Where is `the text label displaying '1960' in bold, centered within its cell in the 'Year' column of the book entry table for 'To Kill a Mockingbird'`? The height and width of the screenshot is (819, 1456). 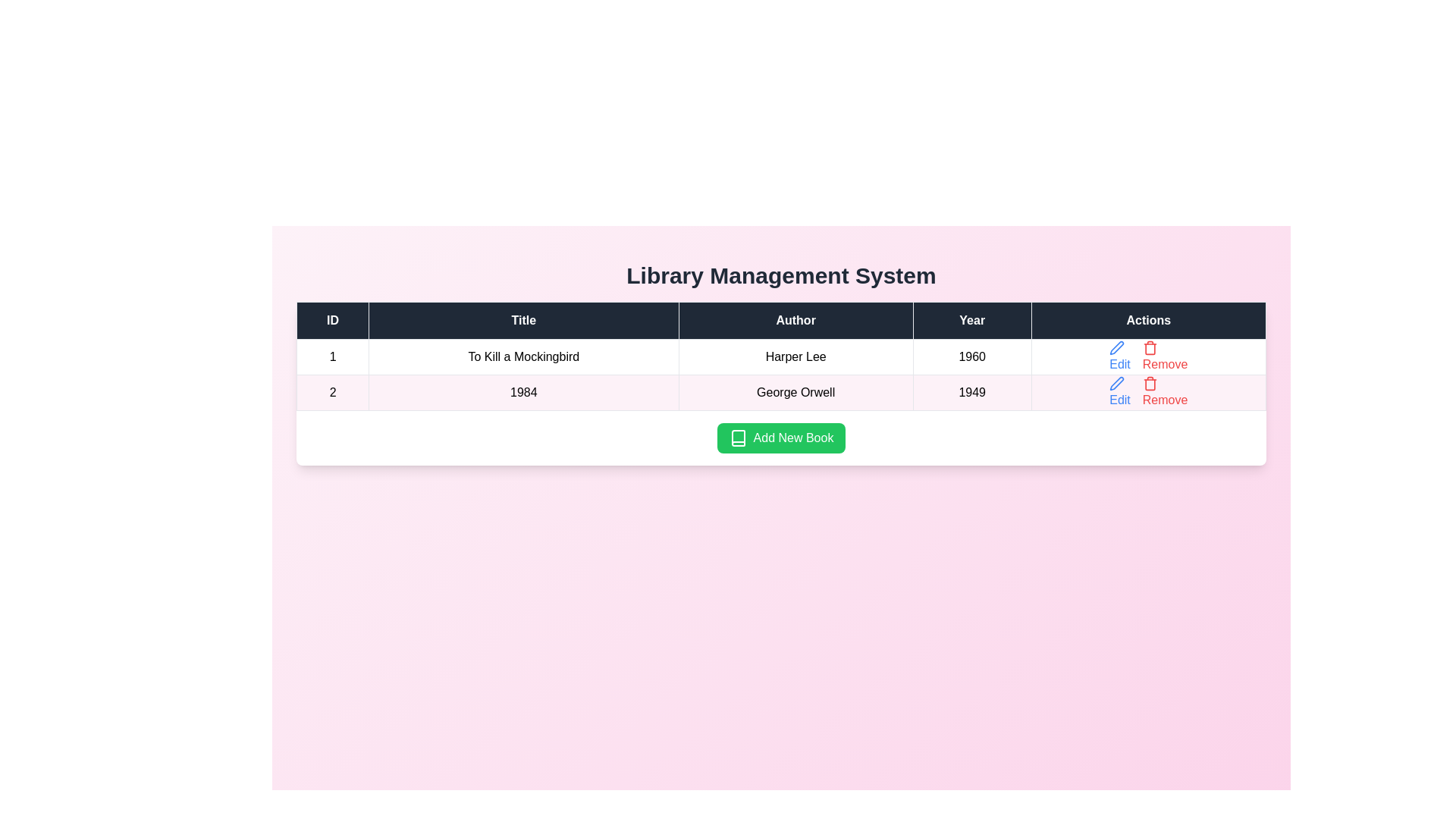 the text label displaying '1960' in bold, centered within its cell in the 'Year' column of the book entry table for 'To Kill a Mockingbird' is located at coordinates (972, 356).